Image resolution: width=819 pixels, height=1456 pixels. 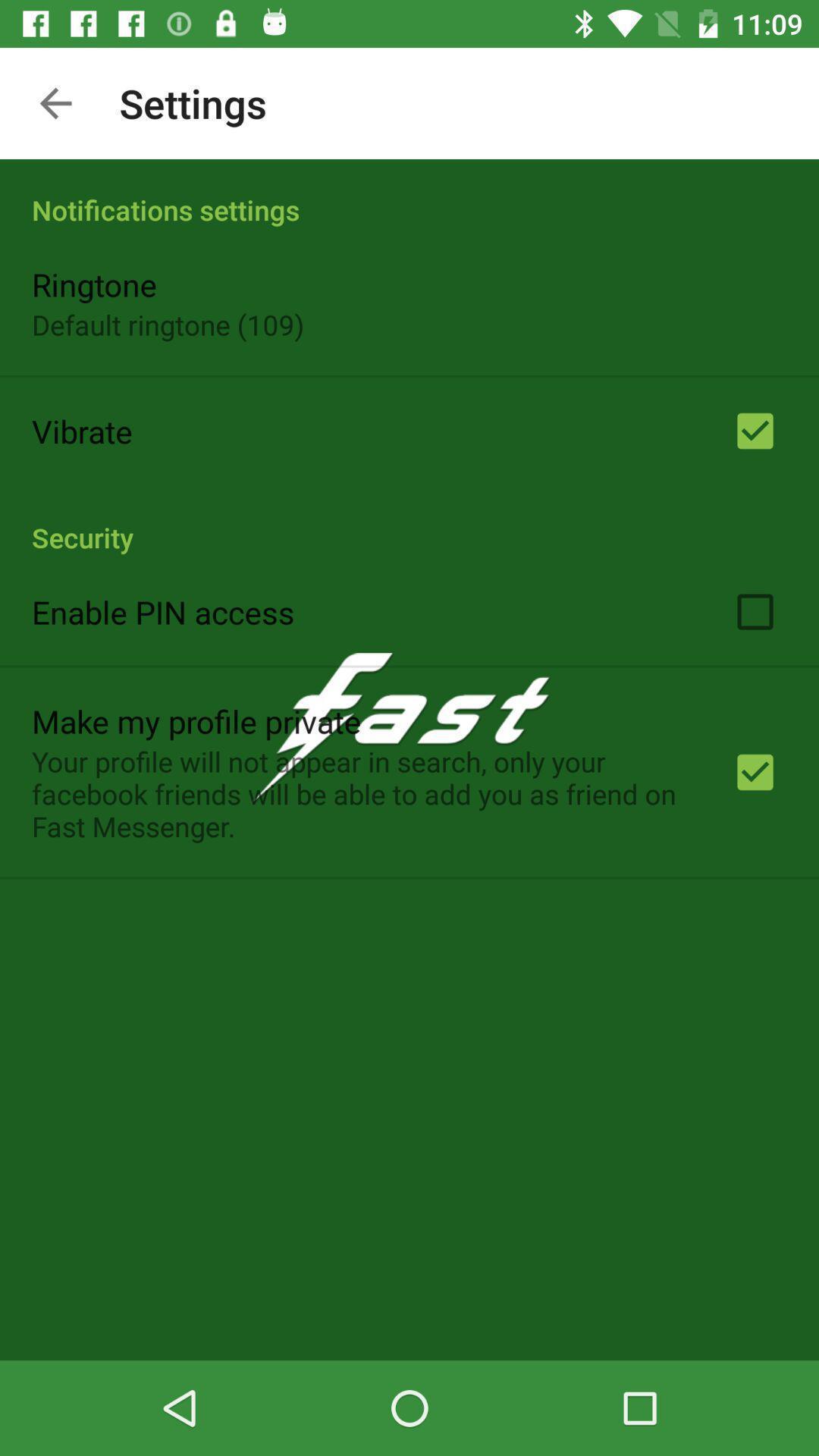 What do you see at coordinates (168, 324) in the screenshot?
I see `the default ringtone (109) item` at bounding box center [168, 324].